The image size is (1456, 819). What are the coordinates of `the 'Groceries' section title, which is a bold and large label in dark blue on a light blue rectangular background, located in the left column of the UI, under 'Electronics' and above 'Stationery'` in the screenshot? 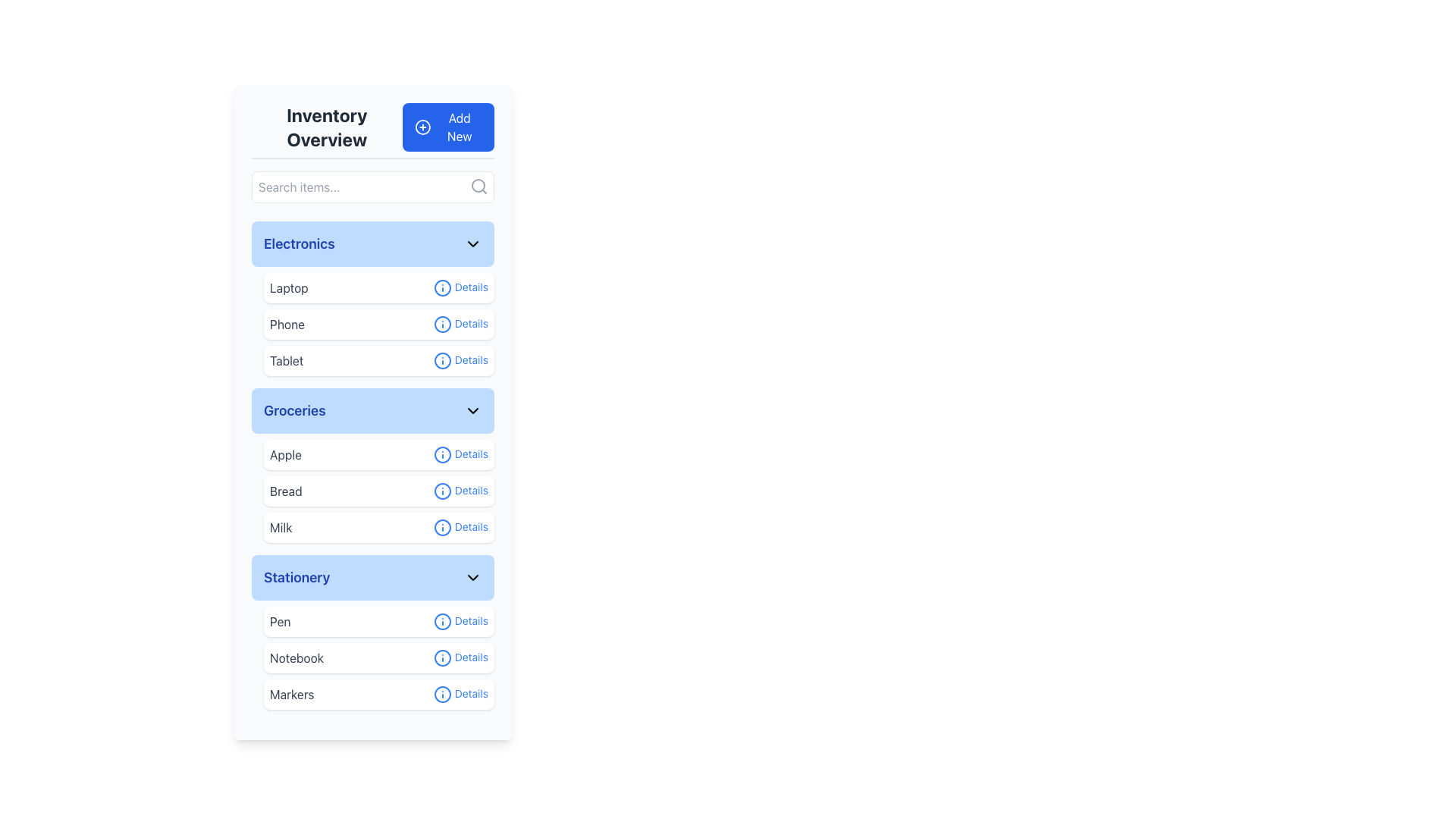 It's located at (294, 411).